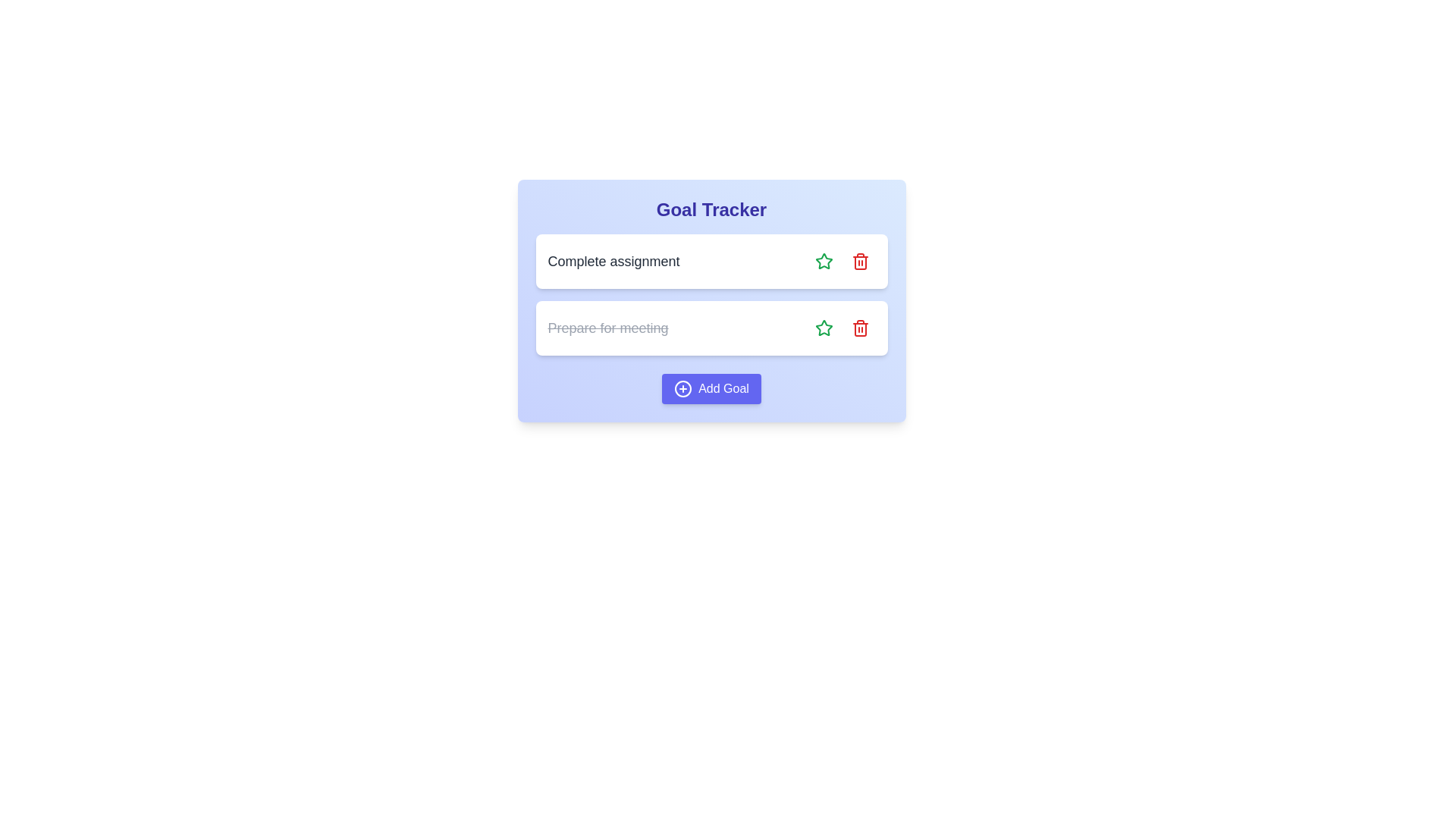  I want to click on the button located at the bottom of the 'Goal Tracker' list, so click(711, 388).